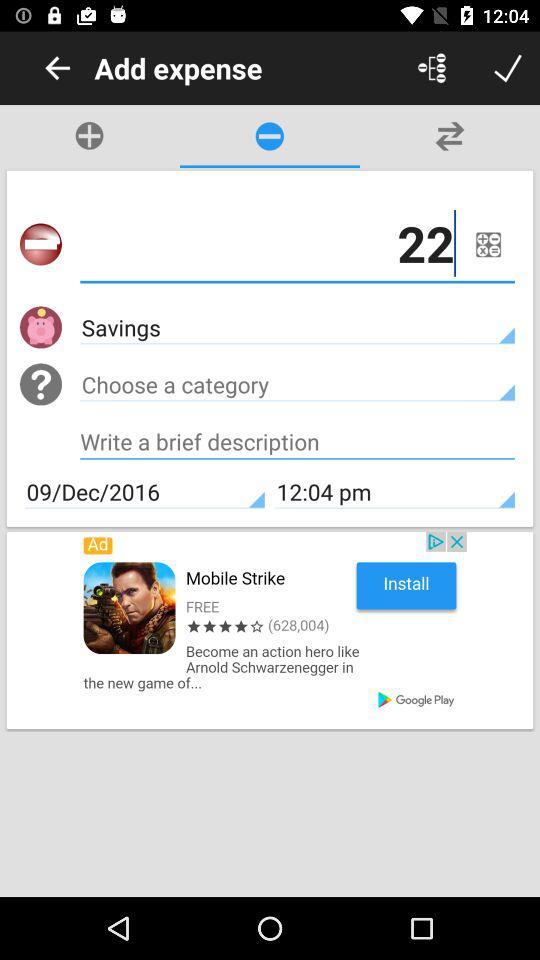 This screenshot has height=960, width=540. What do you see at coordinates (296, 444) in the screenshot?
I see `write description` at bounding box center [296, 444].